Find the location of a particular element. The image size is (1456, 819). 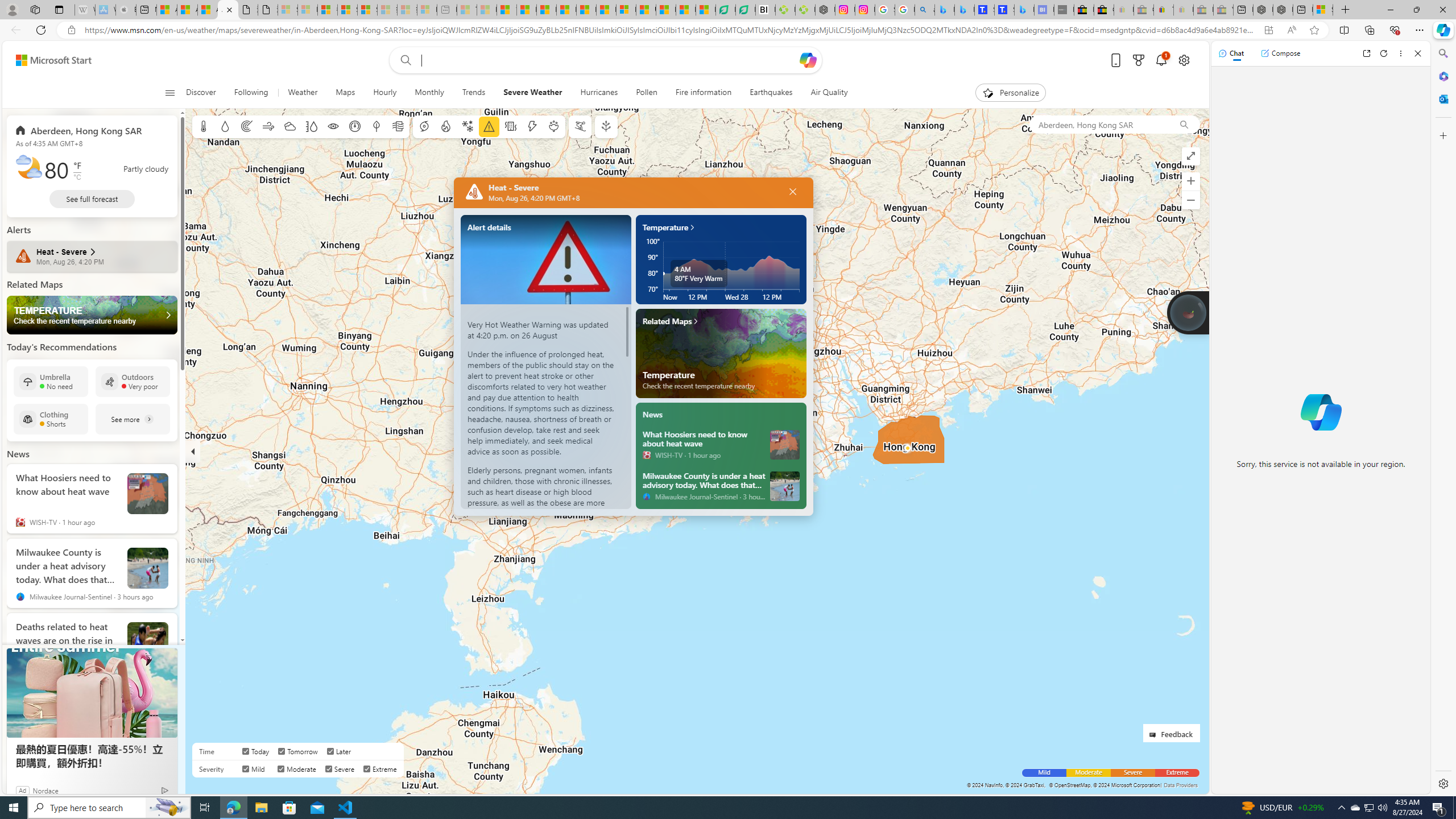

'Zoom in' is located at coordinates (1191, 180).